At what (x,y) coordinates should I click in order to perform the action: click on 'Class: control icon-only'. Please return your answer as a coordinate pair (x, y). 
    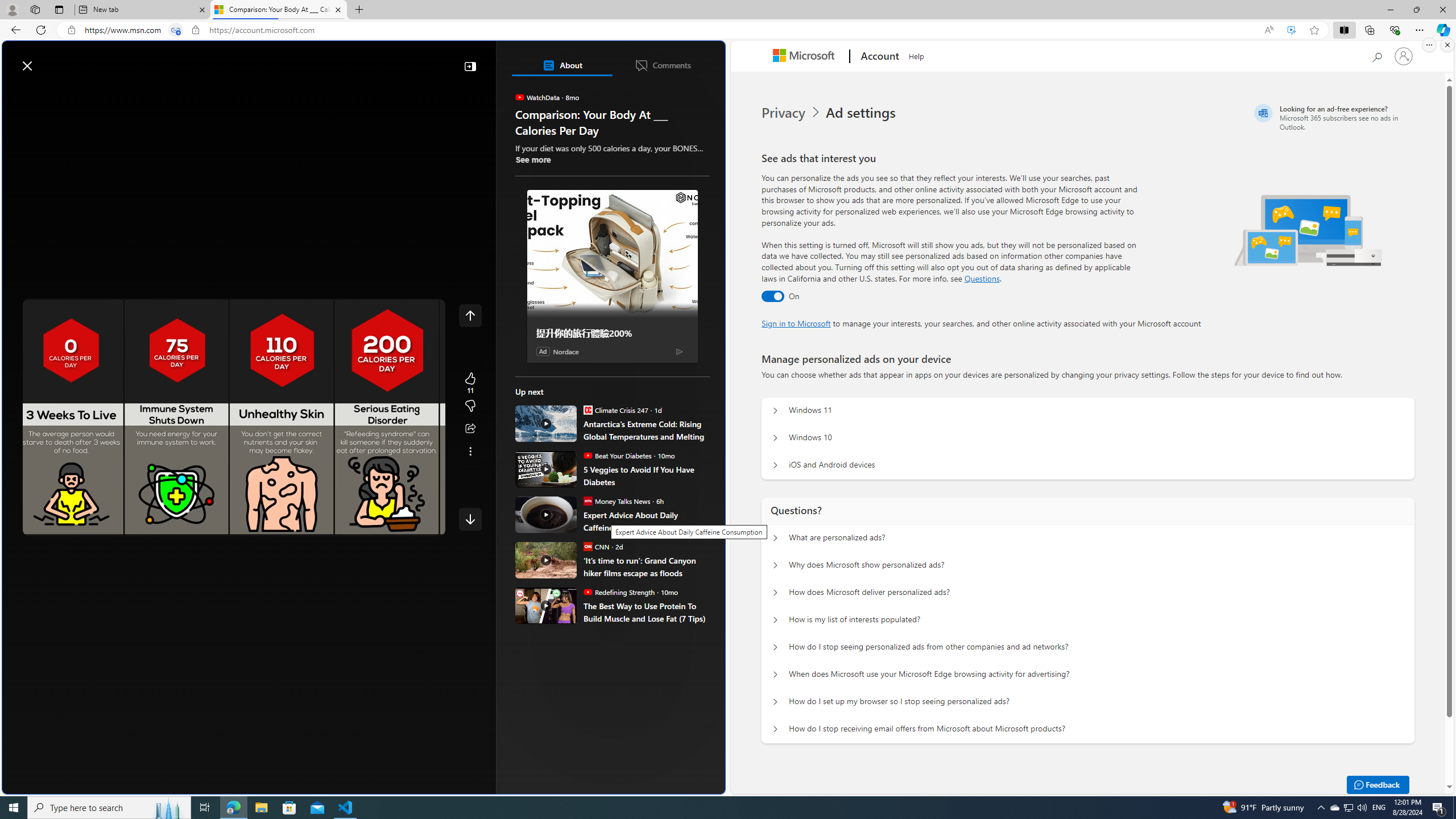
    Looking at the image, I should click on (470, 316).